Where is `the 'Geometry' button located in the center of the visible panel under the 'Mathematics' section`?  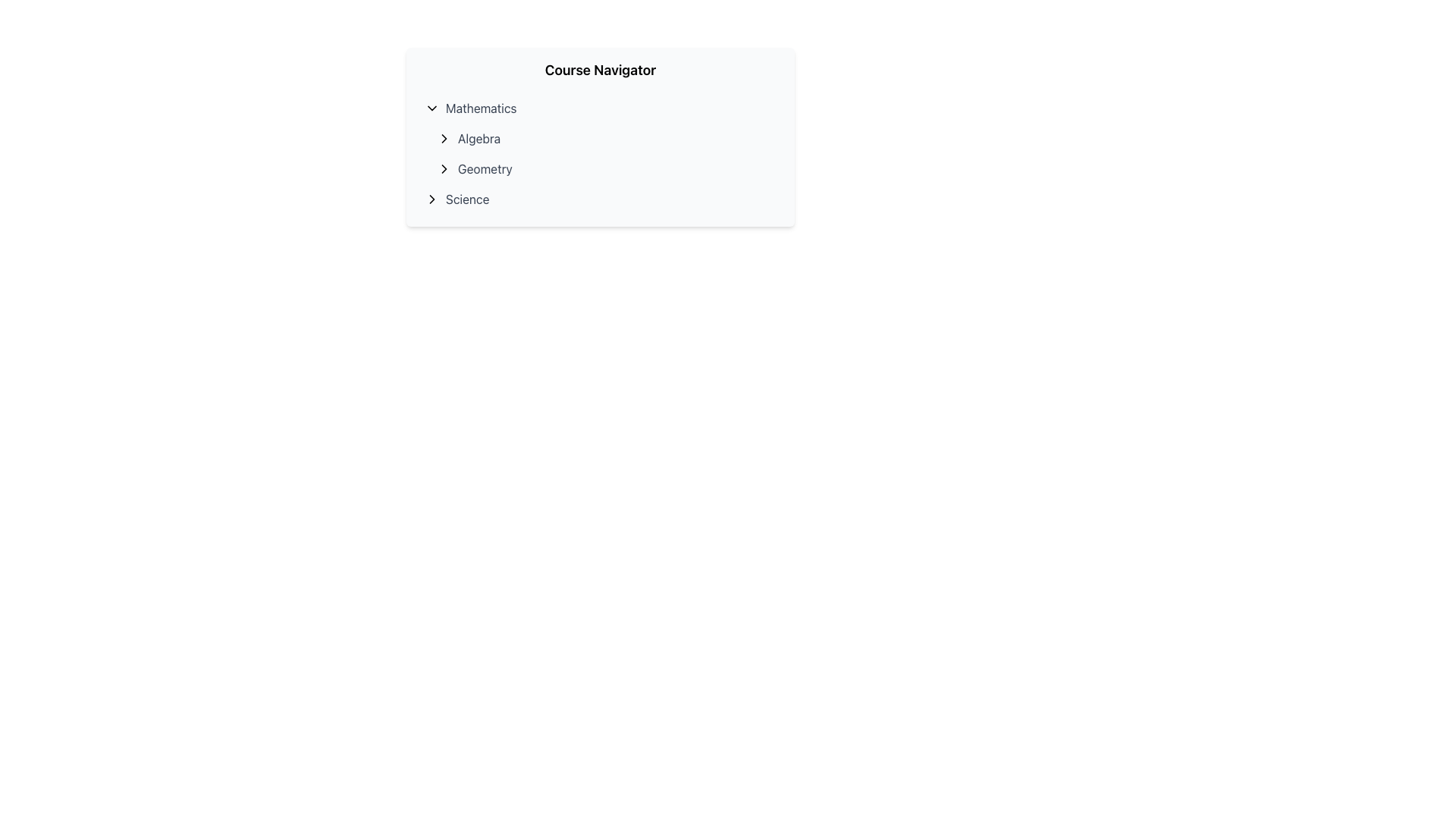
the 'Geometry' button located in the center of the visible panel under the 'Mathematics' section is located at coordinates (607, 169).